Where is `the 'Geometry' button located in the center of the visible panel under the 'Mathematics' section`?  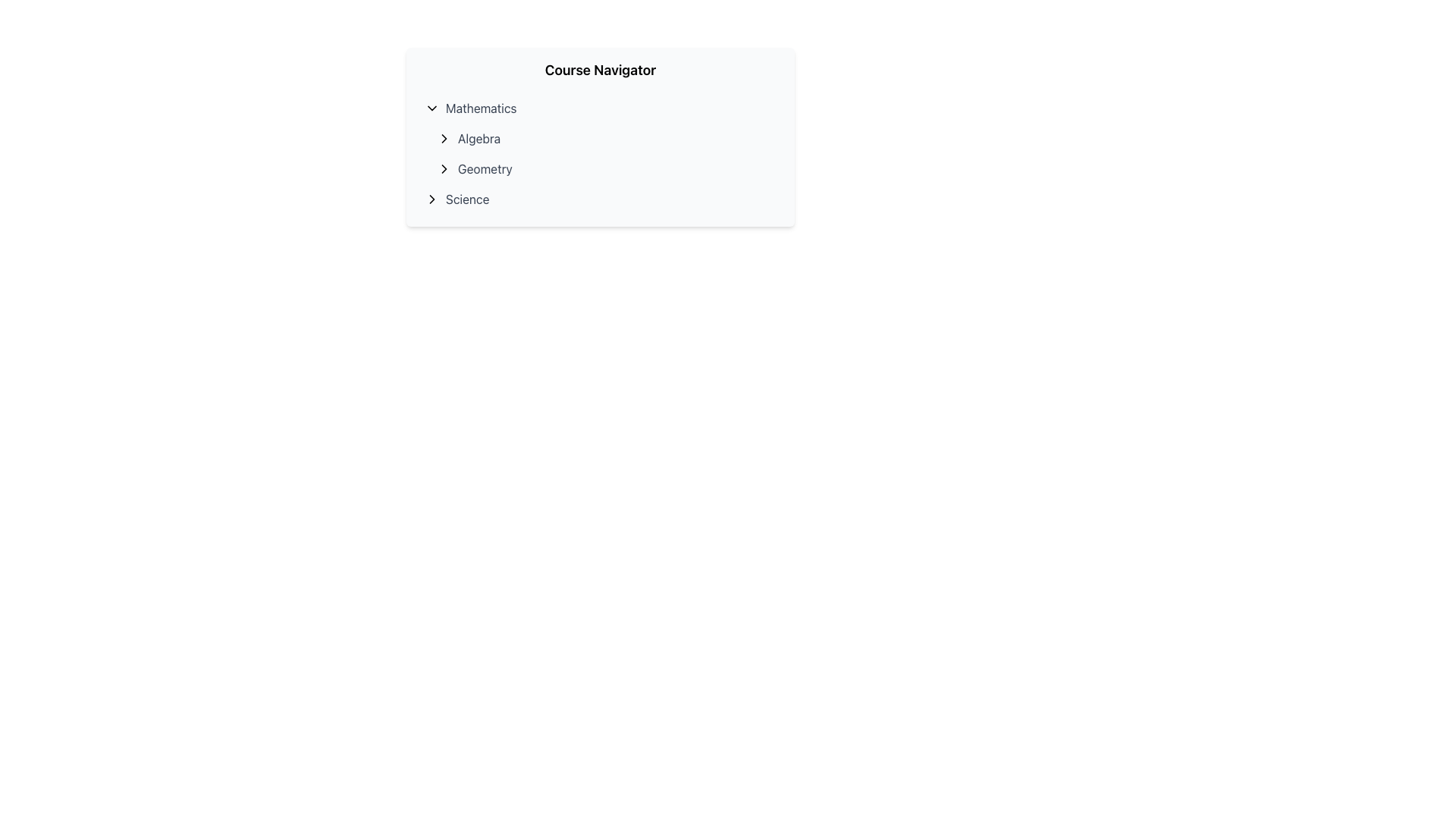
the 'Geometry' button located in the center of the visible panel under the 'Mathematics' section is located at coordinates (607, 169).